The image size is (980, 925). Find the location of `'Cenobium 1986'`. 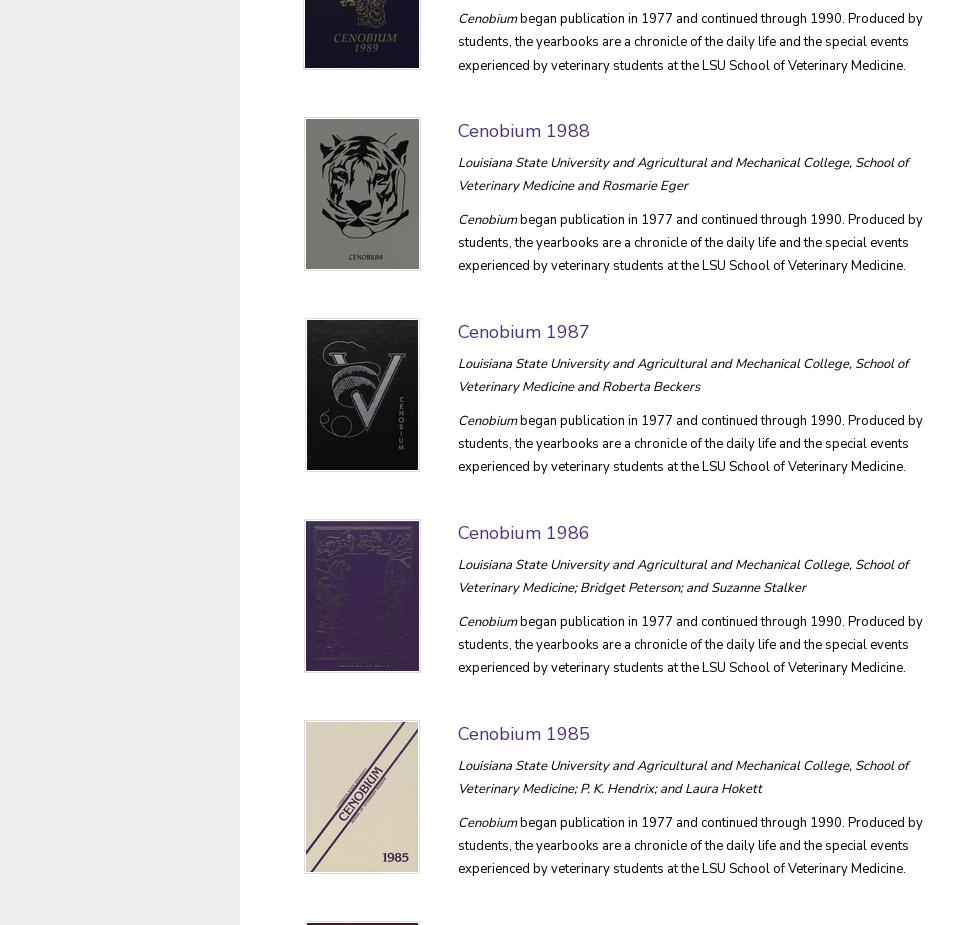

'Cenobium 1986' is located at coordinates (524, 531).